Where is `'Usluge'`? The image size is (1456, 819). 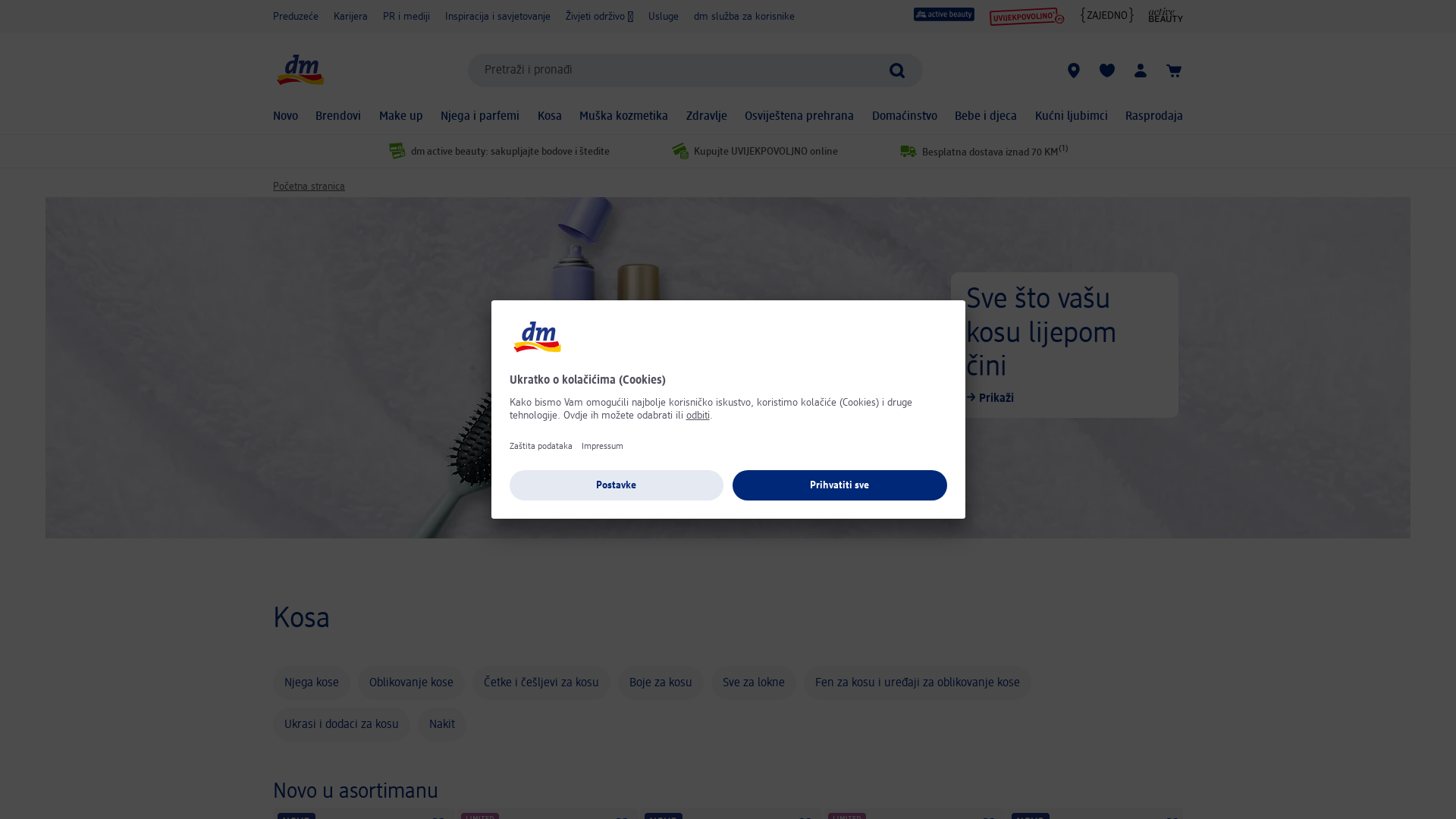 'Usluge' is located at coordinates (643, 17).